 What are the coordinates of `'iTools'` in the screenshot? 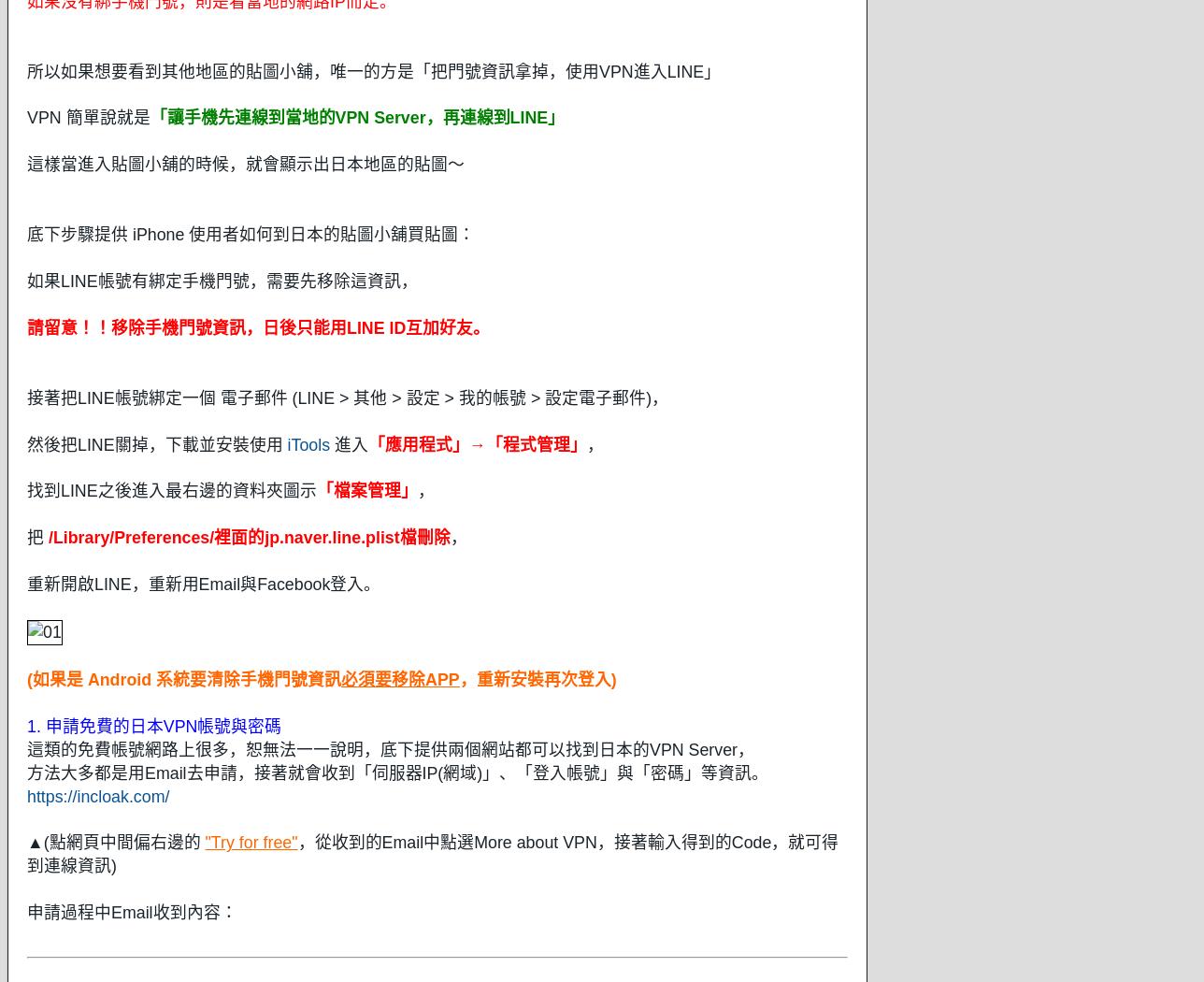 It's located at (287, 444).